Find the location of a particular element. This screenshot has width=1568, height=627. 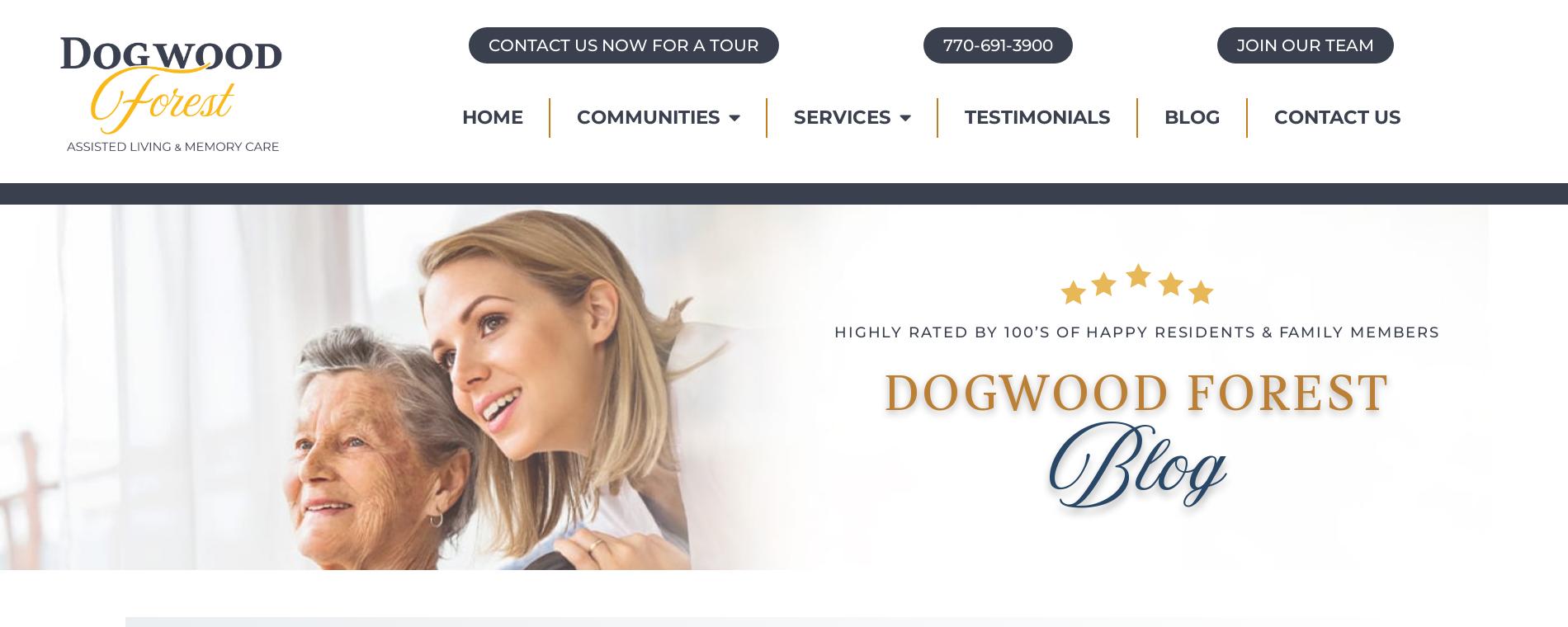

'Services' is located at coordinates (841, 116).